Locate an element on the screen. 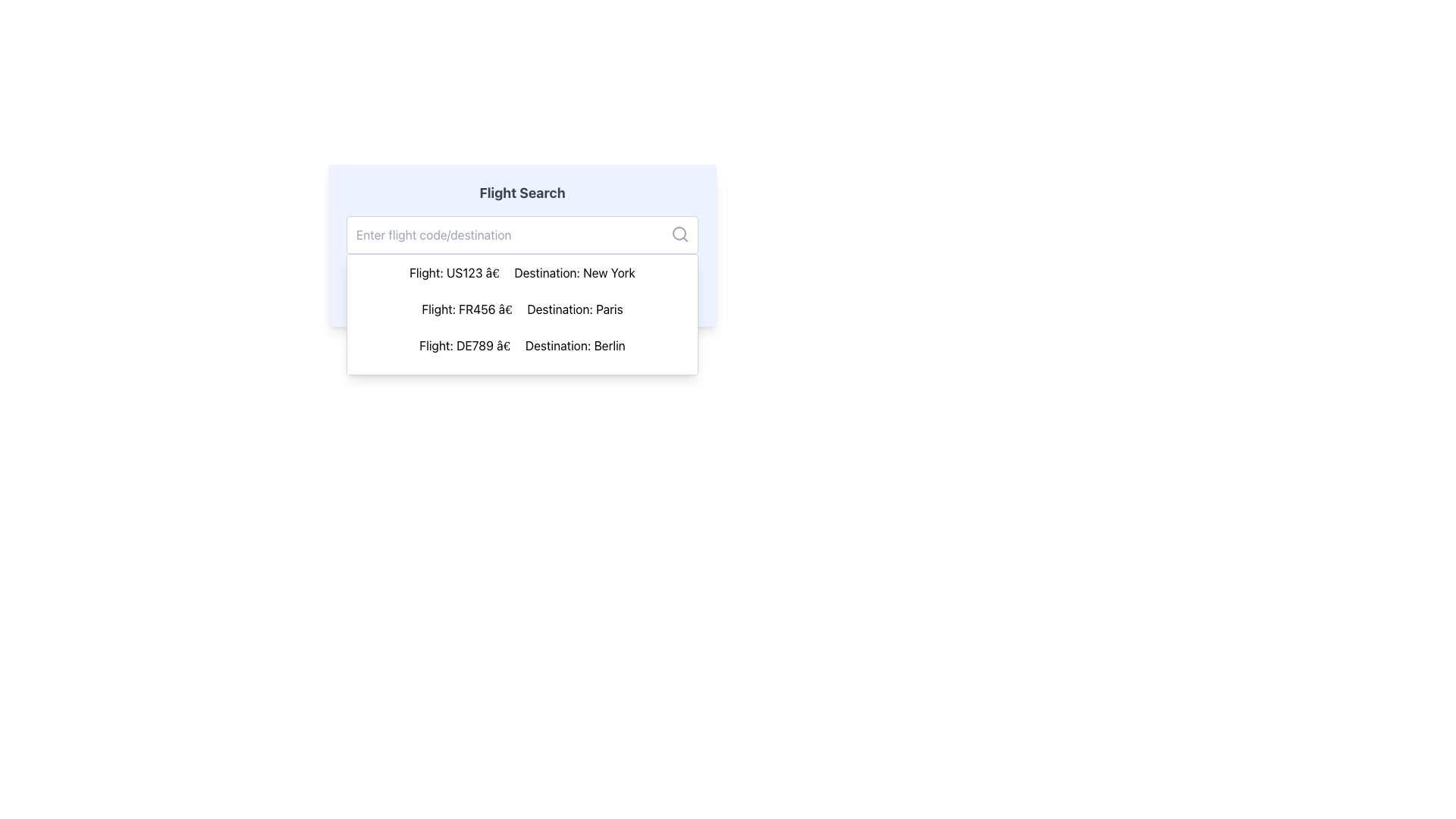 The height and width of the screenshot is (819, 1456). the second list item displaying flight information in the dropdown list is located at coordinates (522, 309).